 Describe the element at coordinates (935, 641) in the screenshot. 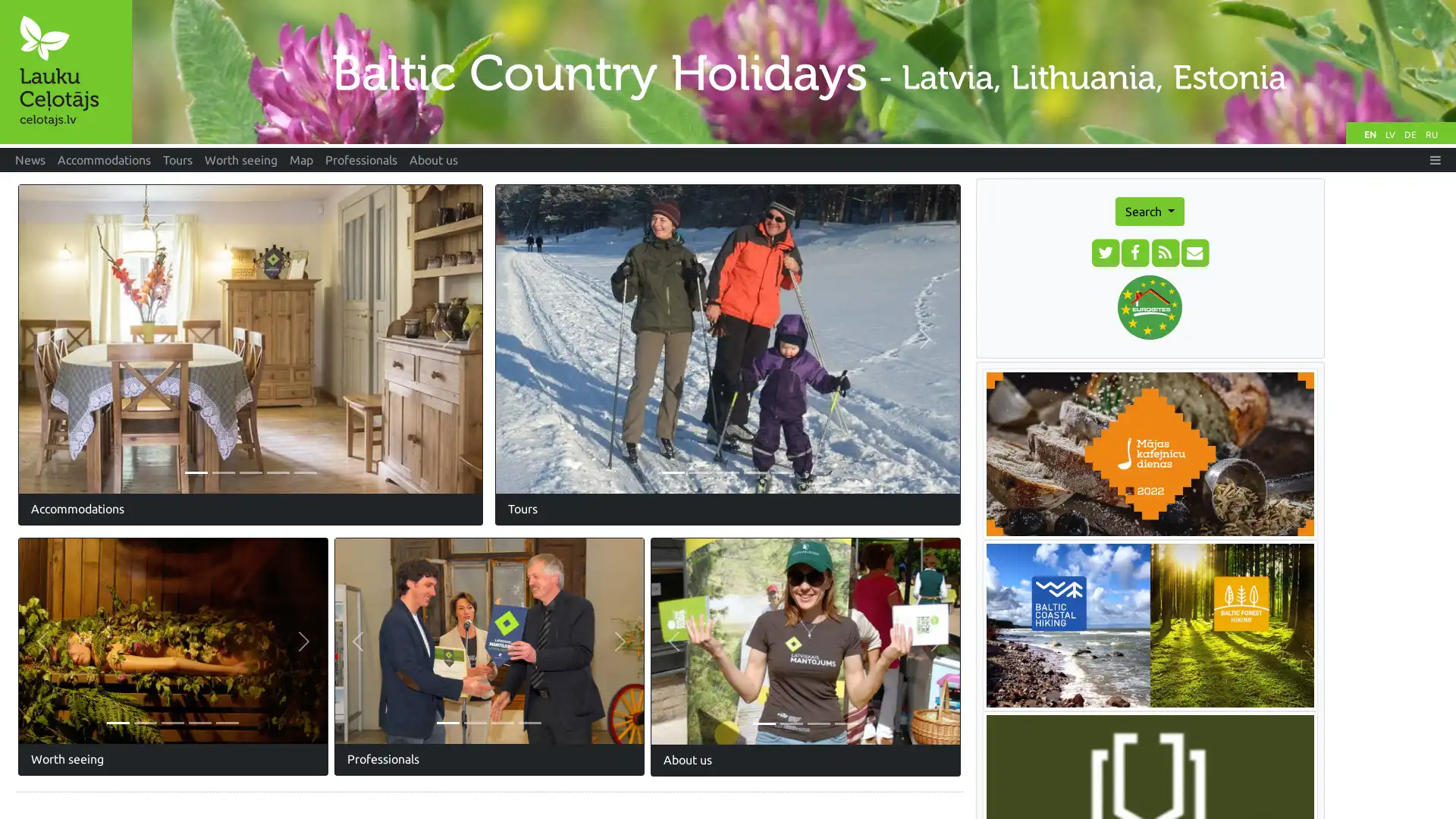

I see `Next` at that location.